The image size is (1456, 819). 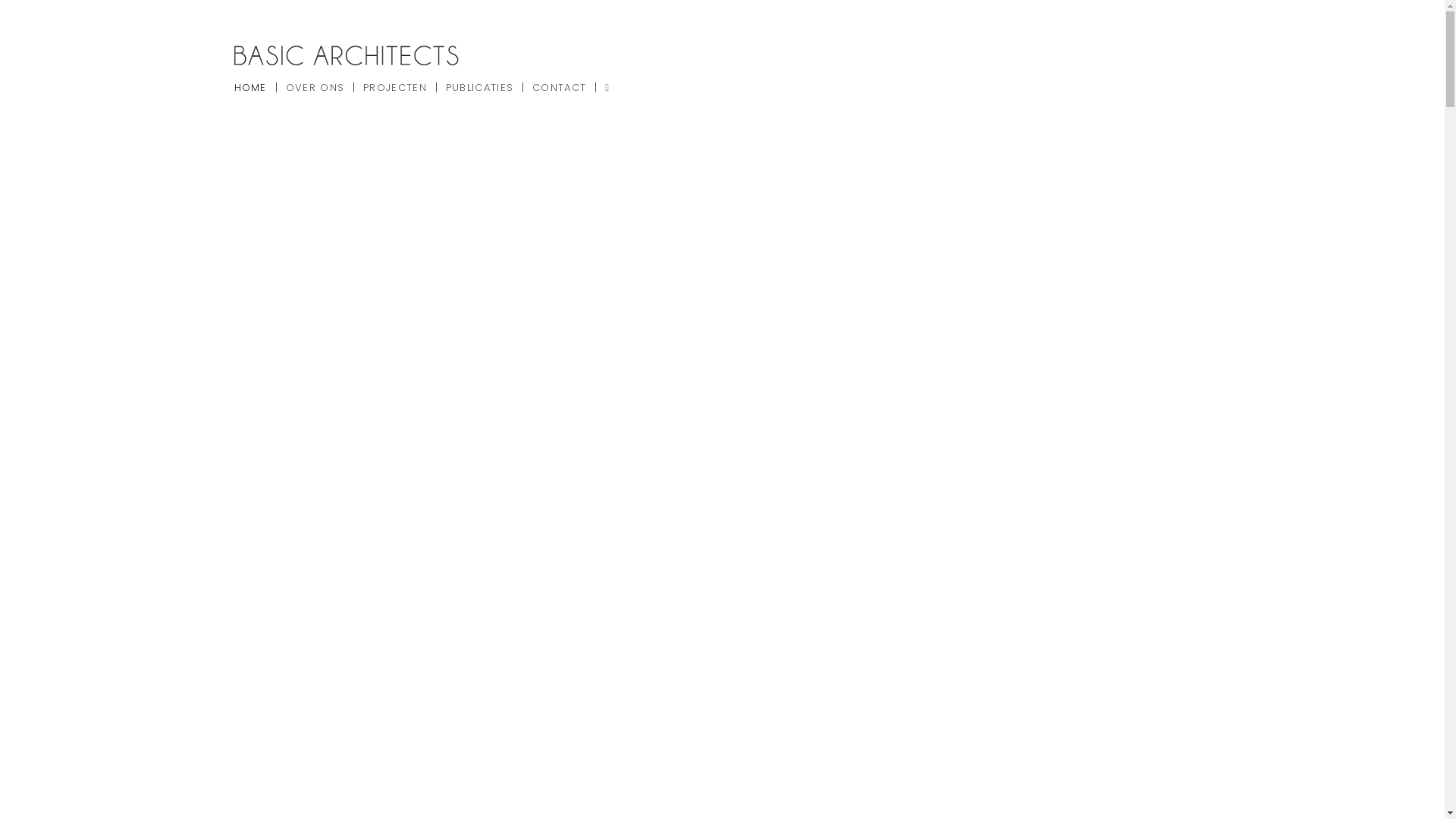 What do you see at coordinates (395, 87) in the screenshot?
I see `'PROJECTEN'` at bounding box center [395, 87].